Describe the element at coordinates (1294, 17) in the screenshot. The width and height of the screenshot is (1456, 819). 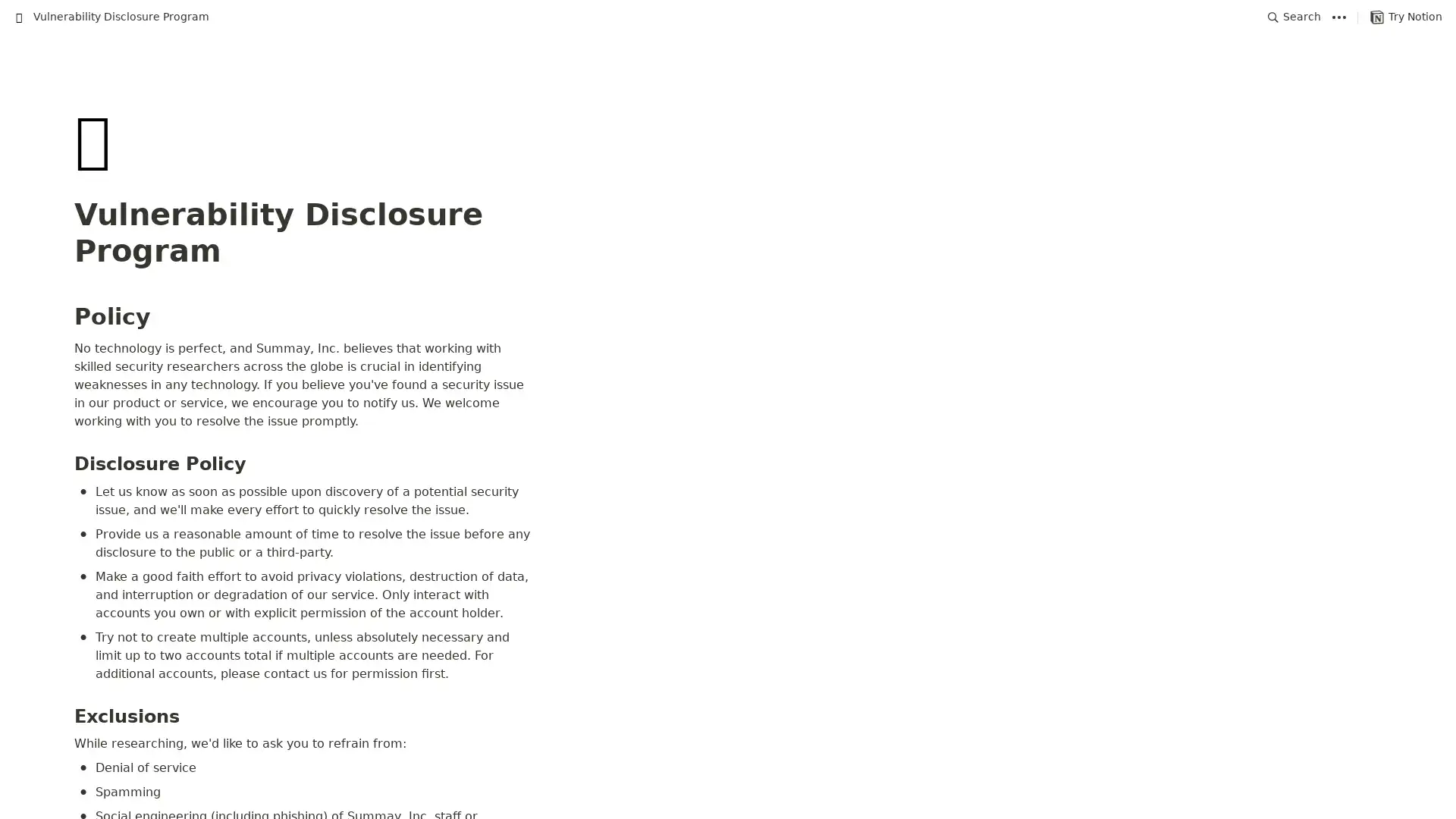
I see `Search` at that location.